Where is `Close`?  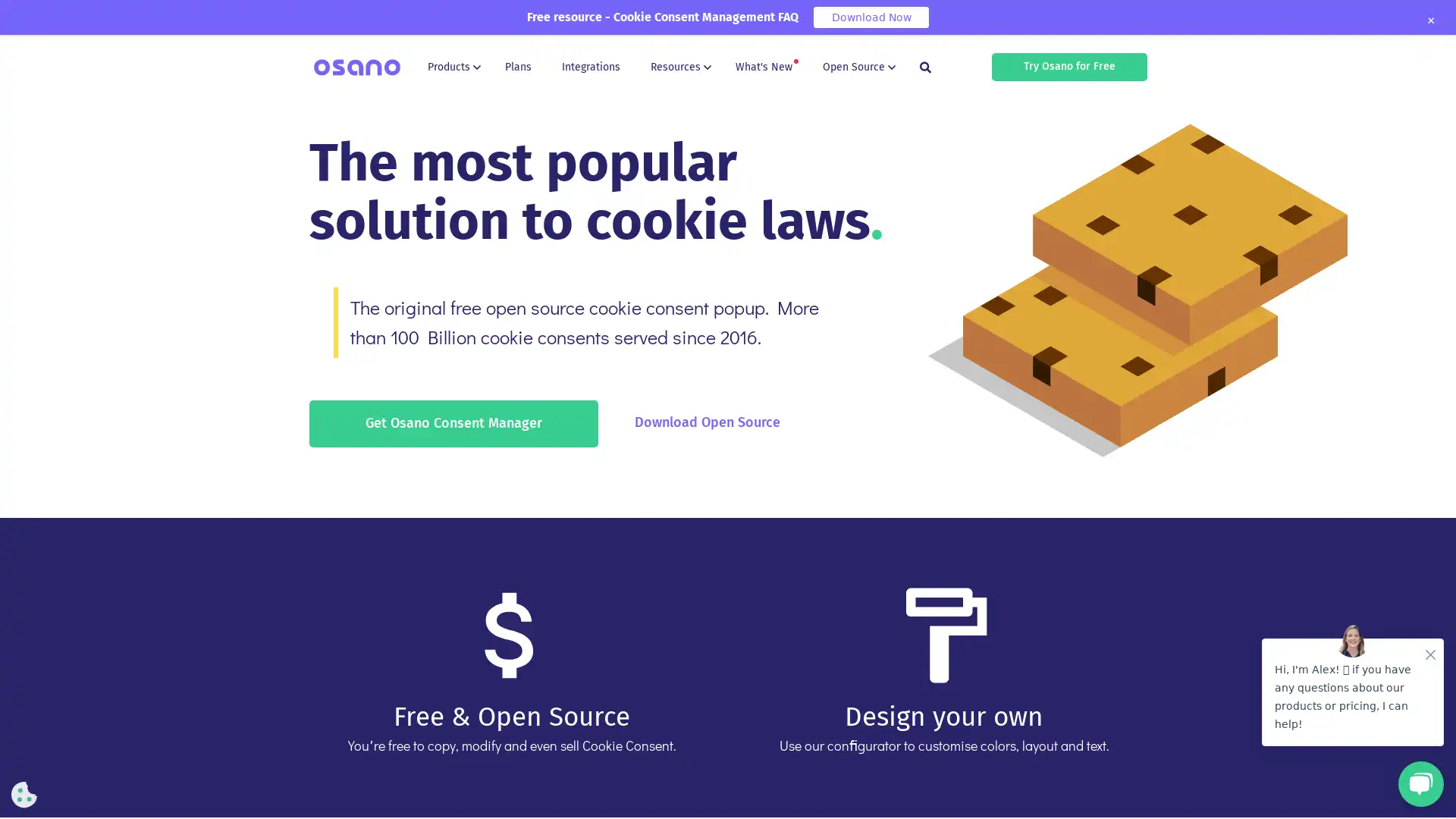 Close is located at coordinates (1429, 20).